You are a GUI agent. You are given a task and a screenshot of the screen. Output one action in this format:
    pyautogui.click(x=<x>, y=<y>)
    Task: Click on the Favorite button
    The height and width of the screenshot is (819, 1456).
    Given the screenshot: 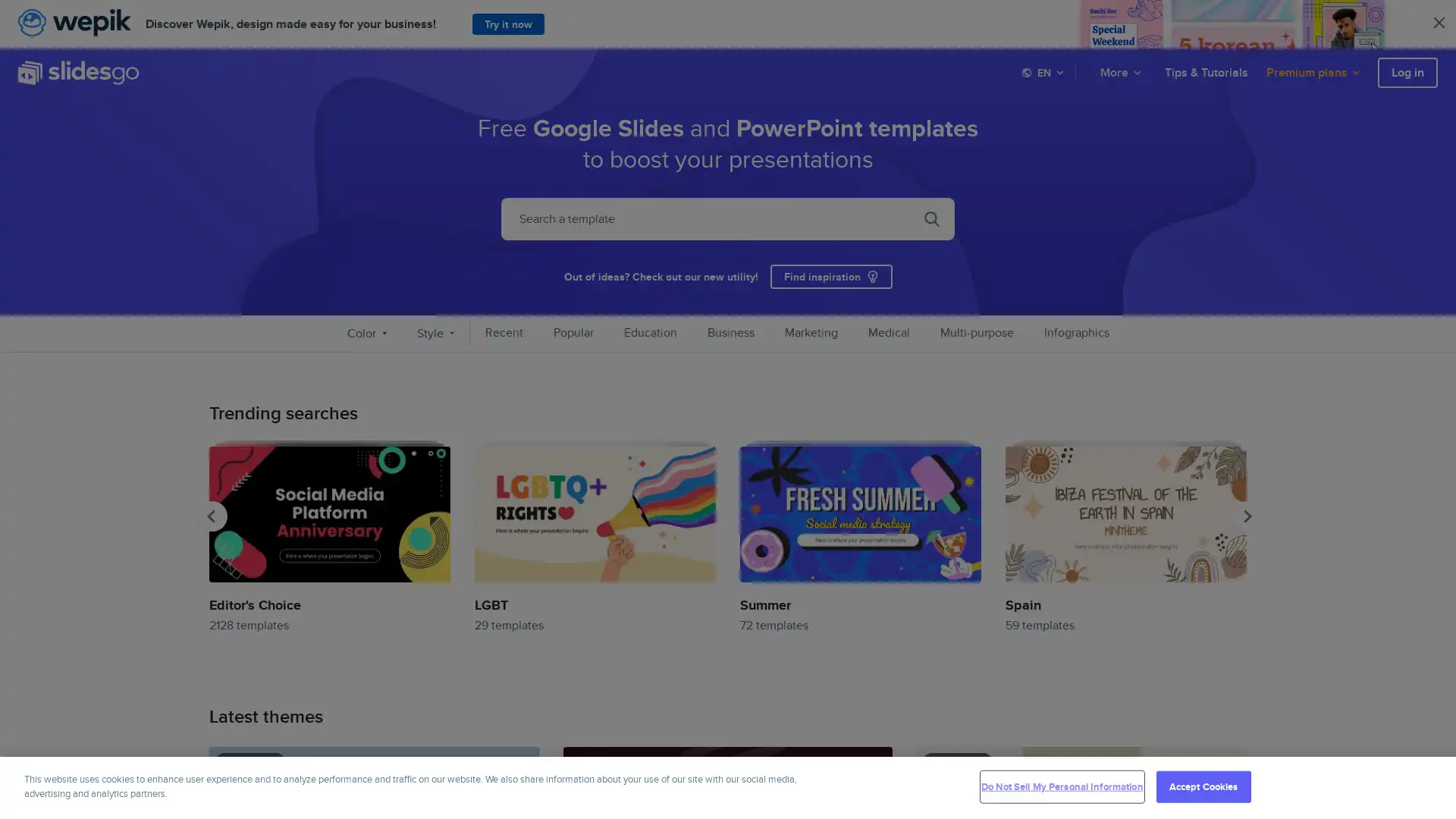 What is the action you would take?
    pyautogui.click(x=1230, y=763)
    